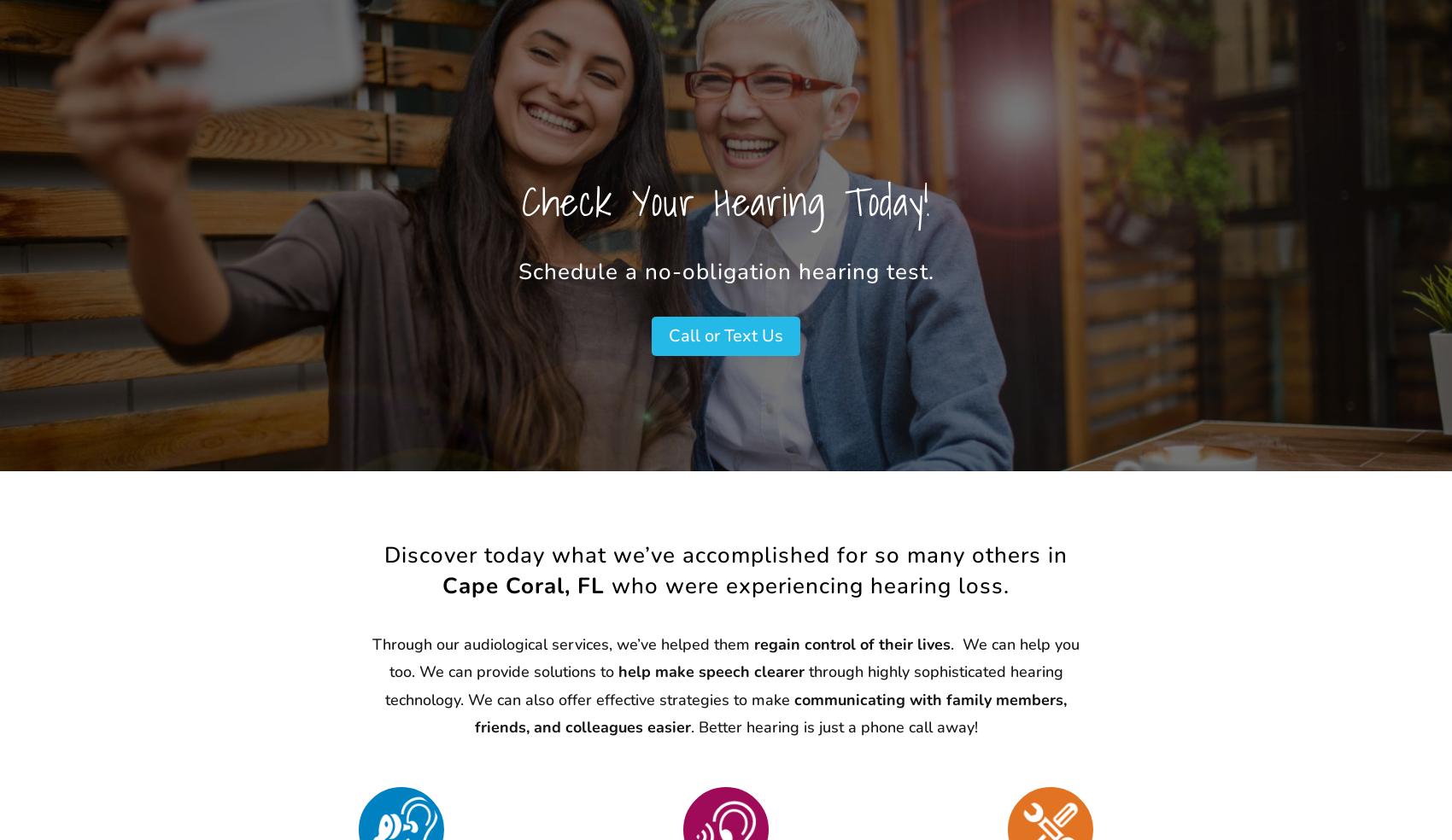 This screenshot has width=1452, height=840. What do you see at coordinates (473, 712) in the screenshot?
I see `'communicating with family members, friends, and colleagues easier'` at bounding box center [473, 712].